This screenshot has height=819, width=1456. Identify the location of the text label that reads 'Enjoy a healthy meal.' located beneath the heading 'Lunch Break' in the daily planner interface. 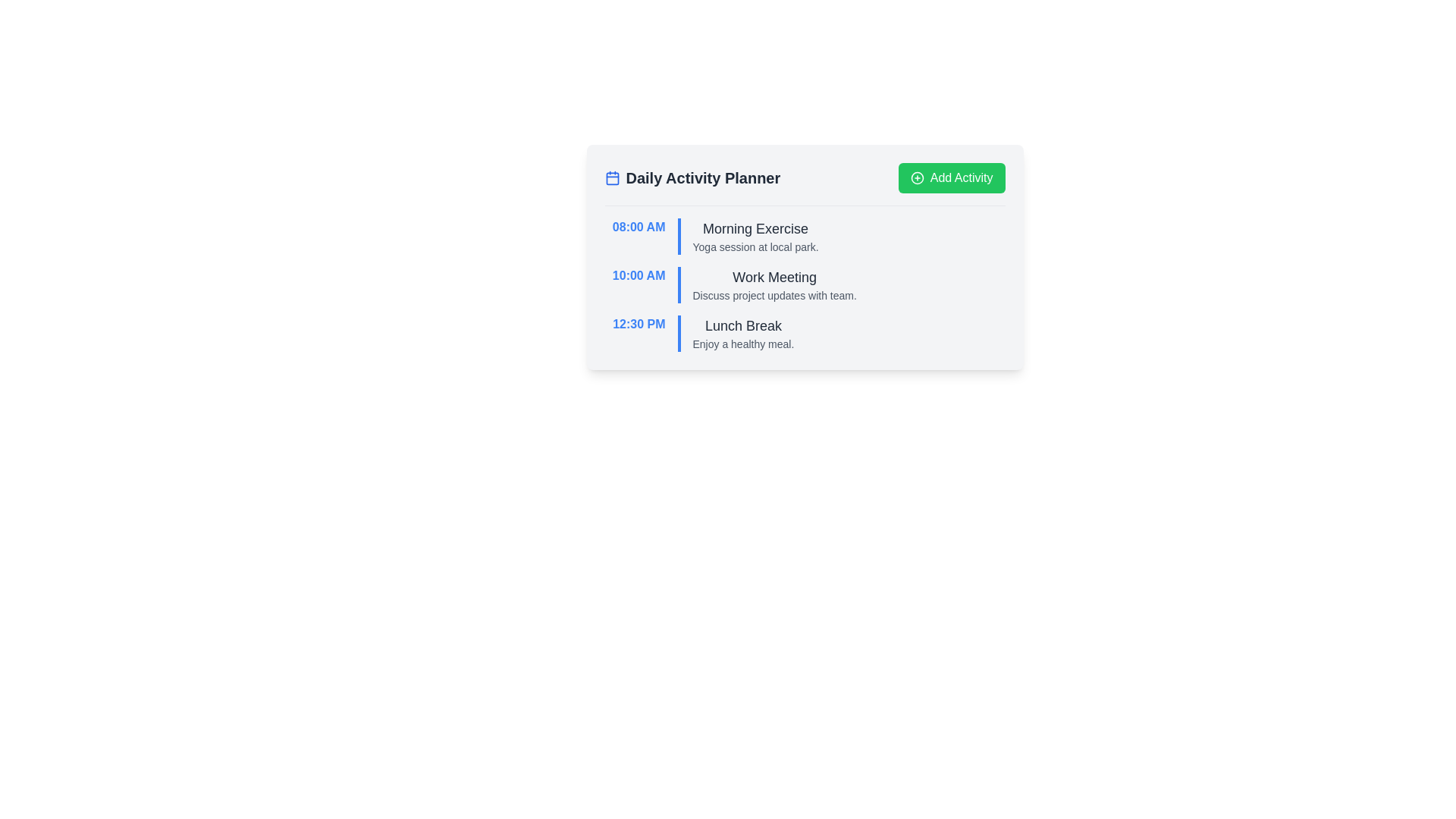
(743, 344).